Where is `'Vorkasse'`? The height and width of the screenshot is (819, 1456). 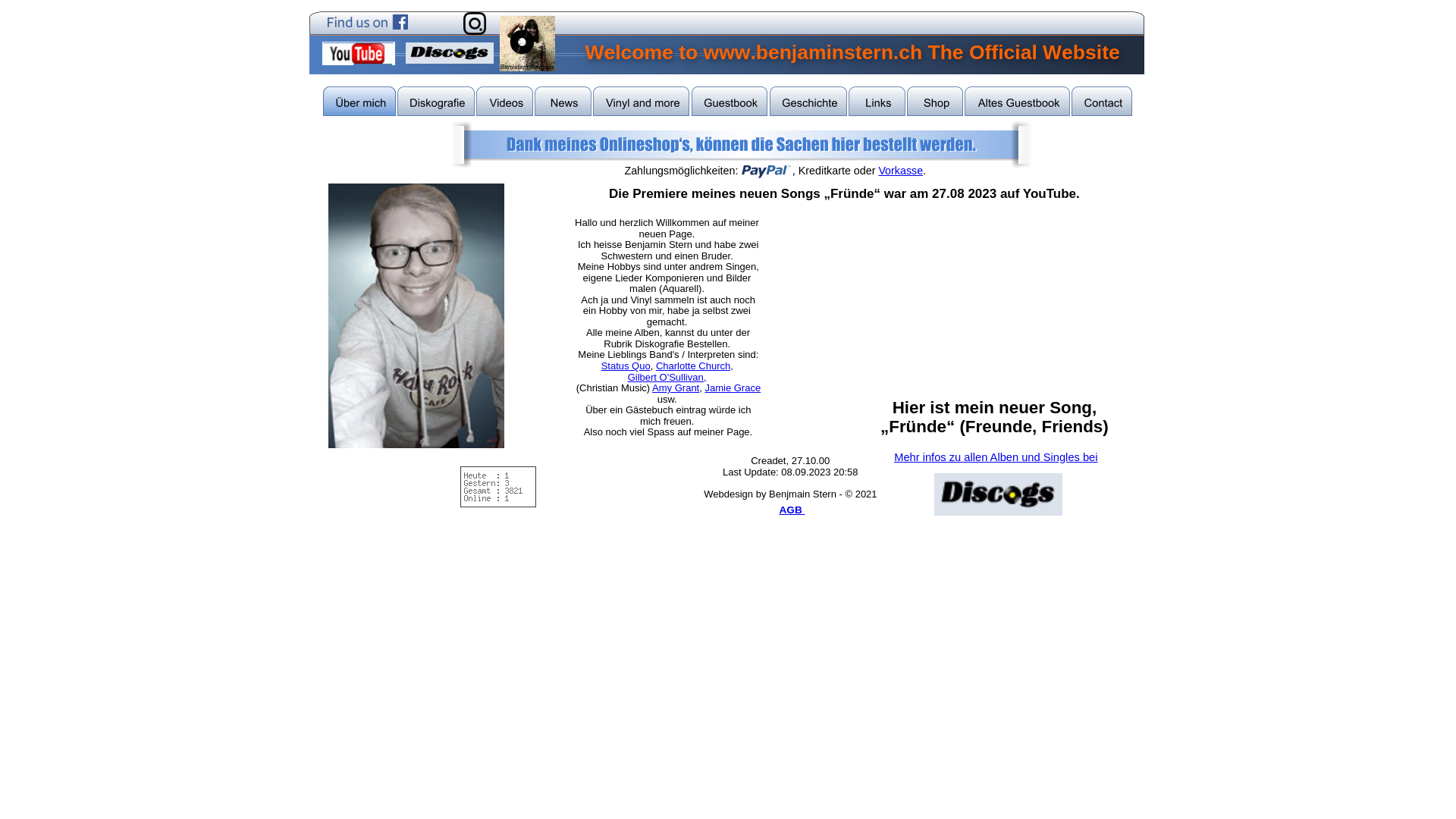 'Vorkasse' is located at coordinates (900, 170).